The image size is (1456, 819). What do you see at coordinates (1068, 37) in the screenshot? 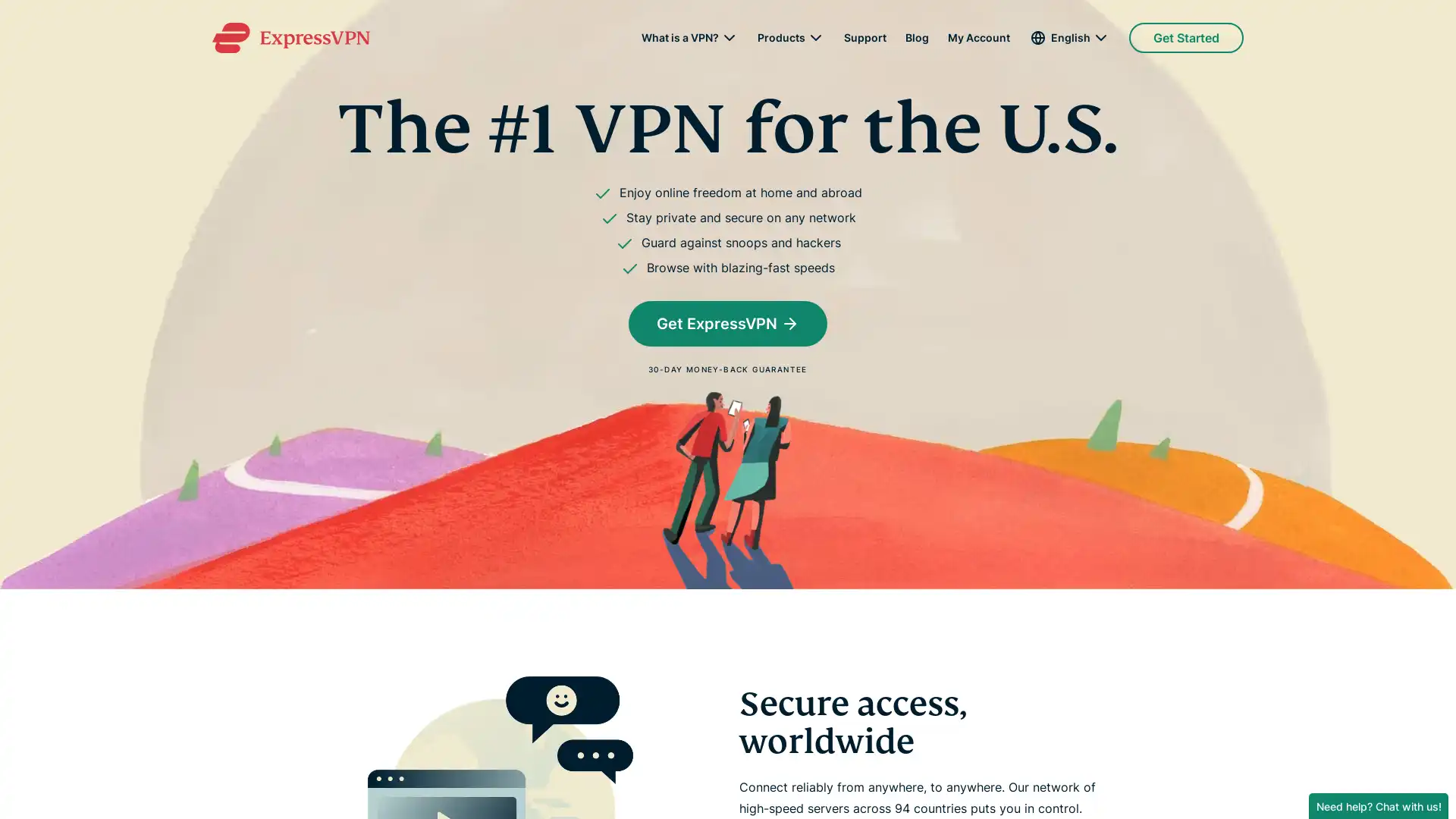
I see `Language` at bounding box center [1068, 37].